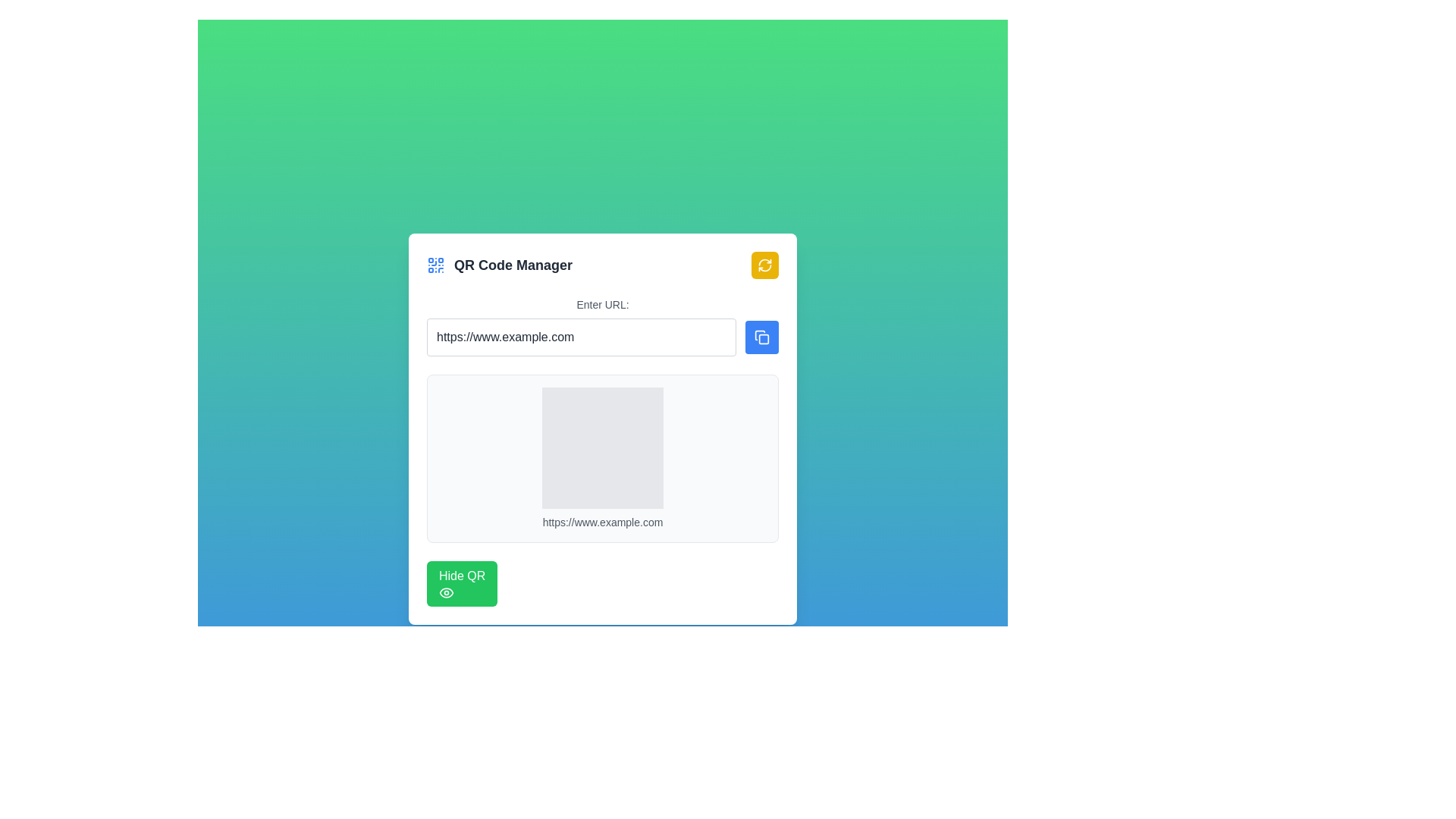  What do you see at coordinates (602, 304) in the screenshot?
I see `the 'Enter URL:' label, which is displayed in medium gray font and is positioned at the top of the QR Code Manager interface above the URL input field` at bounding box center [602, 304].